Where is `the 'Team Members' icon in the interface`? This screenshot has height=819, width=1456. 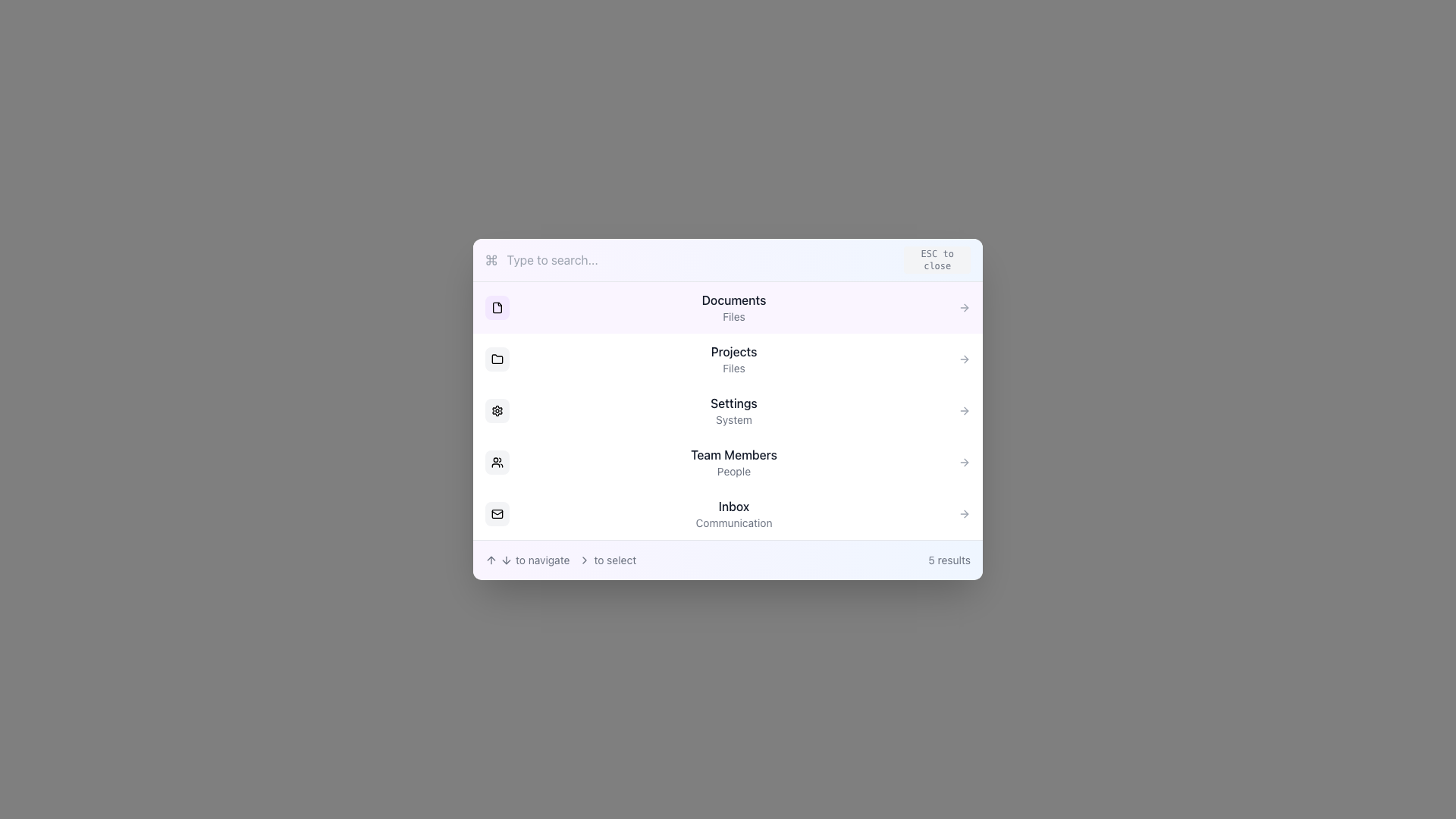
the 'Team Members' icon in the interface is located at coordinates (497, 461).